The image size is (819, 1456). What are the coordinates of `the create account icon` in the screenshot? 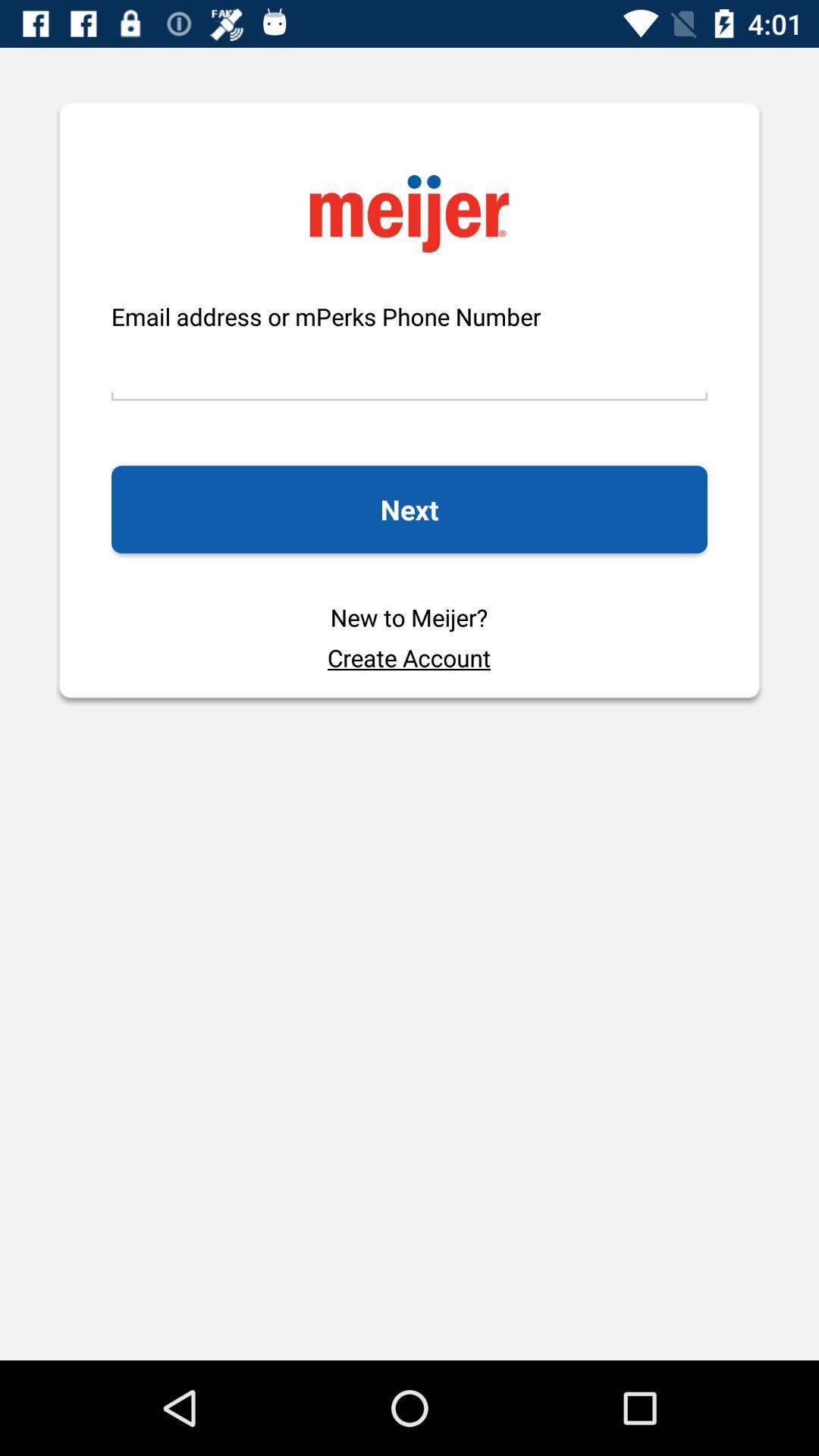 It's located at (408, 657).